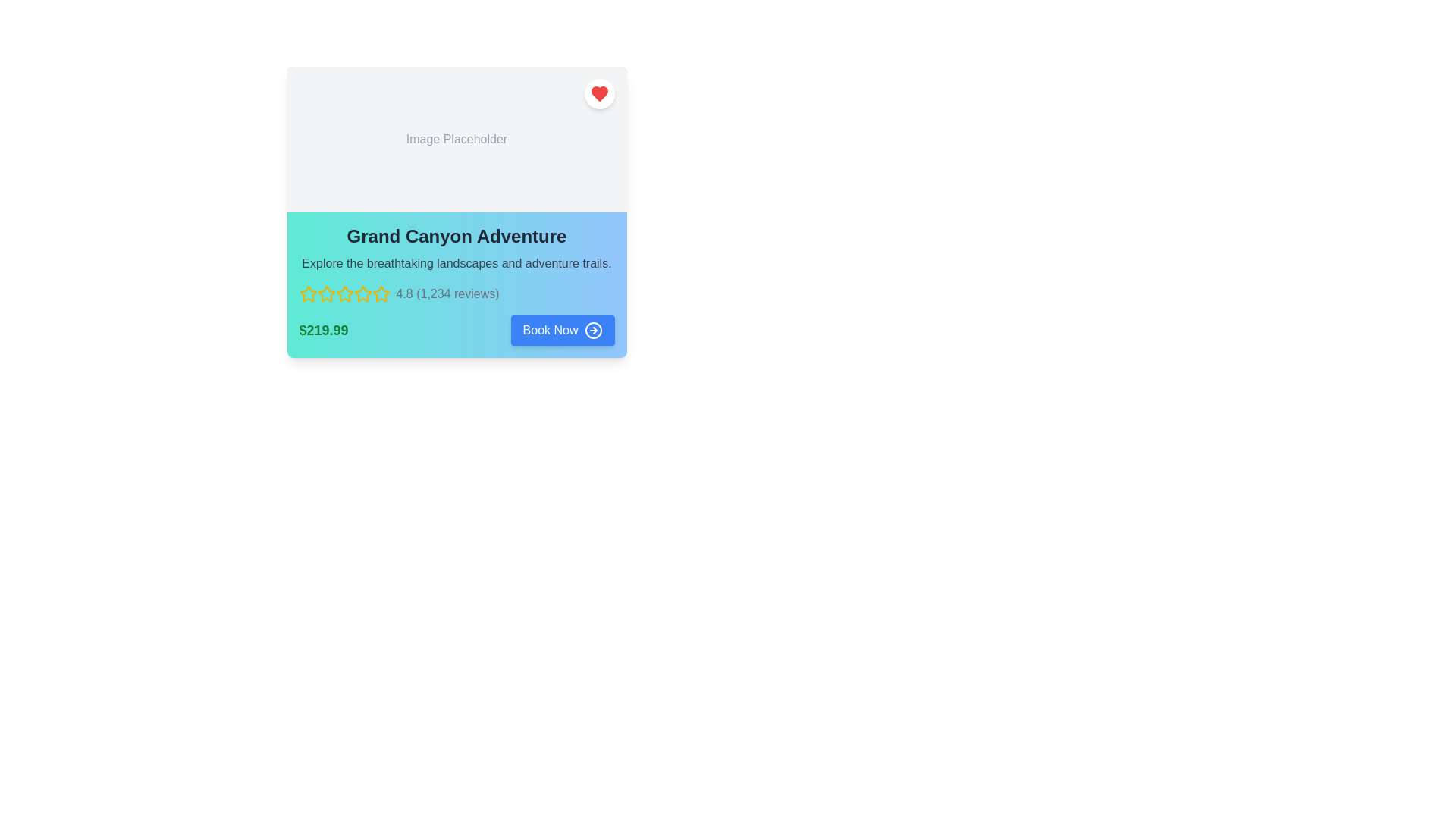 This screenshot has width=1456, height=819. What do you see at coordinates (456, 140) in the screenshot?
I see `the 'Image Placeholder' text label, which is centered within a pale-gray rectangular block at the top section of its card-like component` at bounding box center [456, 140].